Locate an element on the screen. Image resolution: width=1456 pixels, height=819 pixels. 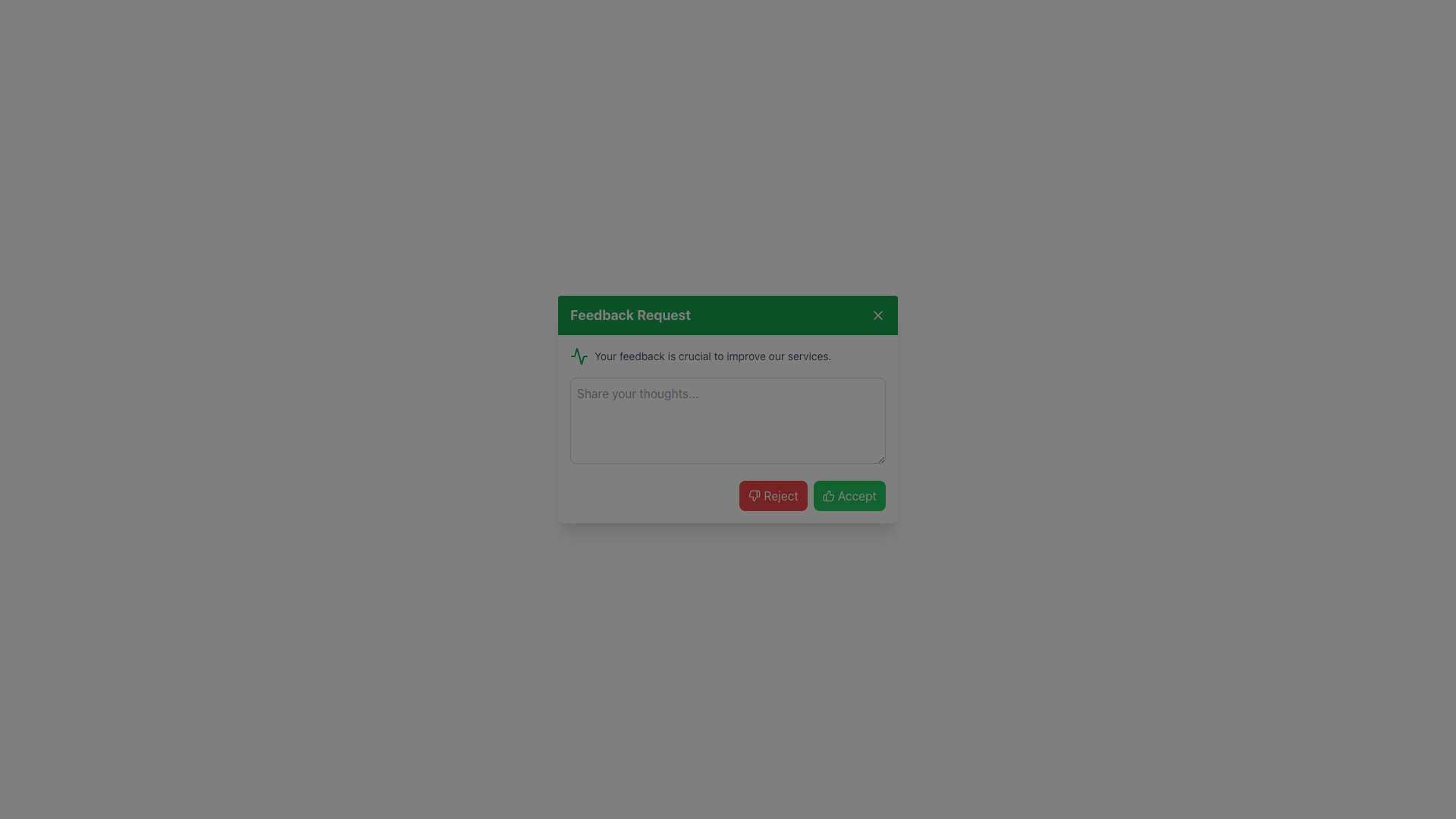
the label displaying 'Your feedback is crucial to improve our services.' with a green pulse-shaped icon, located in the dialog box titled 'Feedback Request' is located at coordinates (728, 356).